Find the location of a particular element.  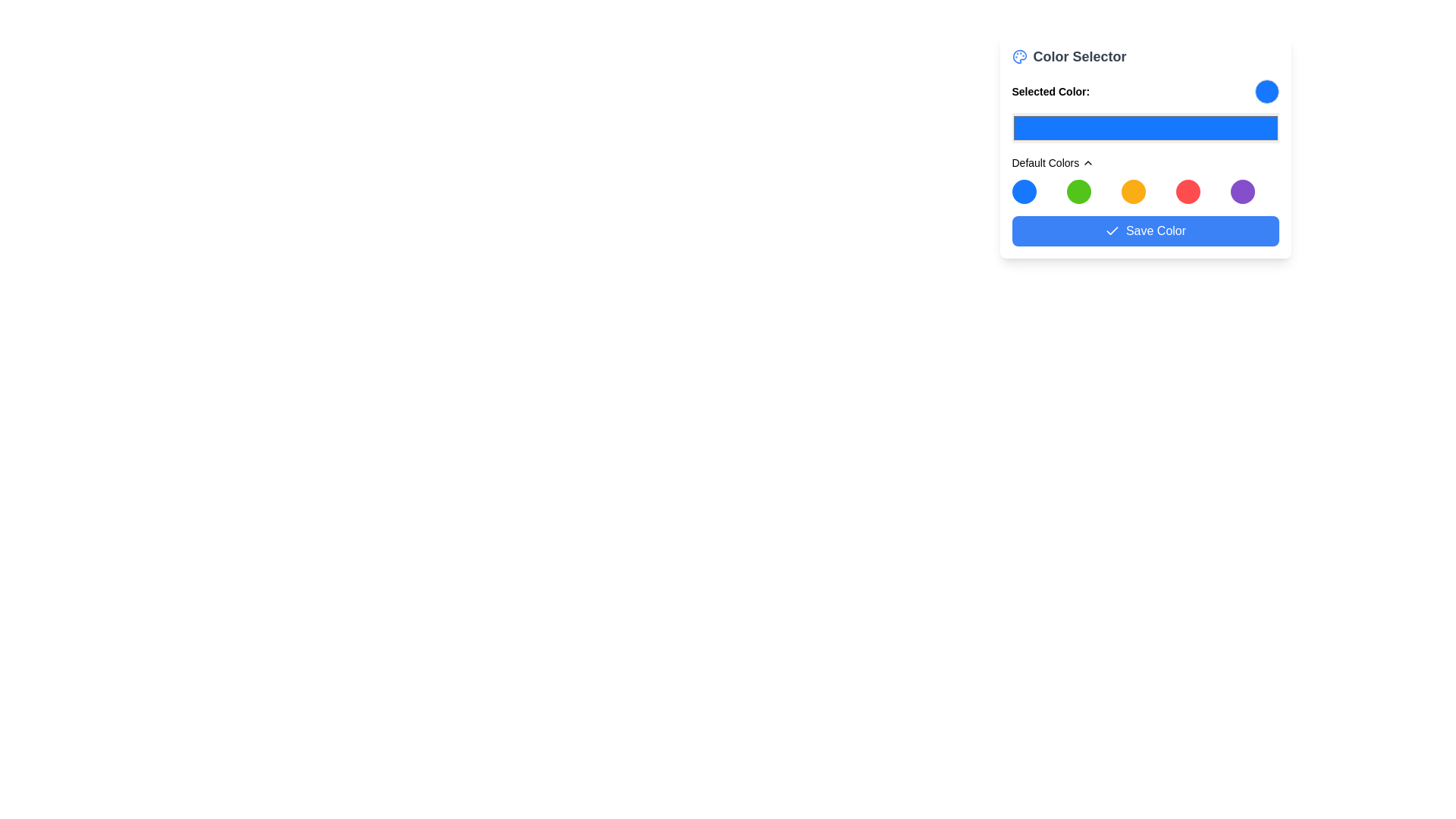

the vibrant green circular icon that is the second in a grid of five icons in the 'Default Colors' dropdown panel is located at coordinates (1078, 191).